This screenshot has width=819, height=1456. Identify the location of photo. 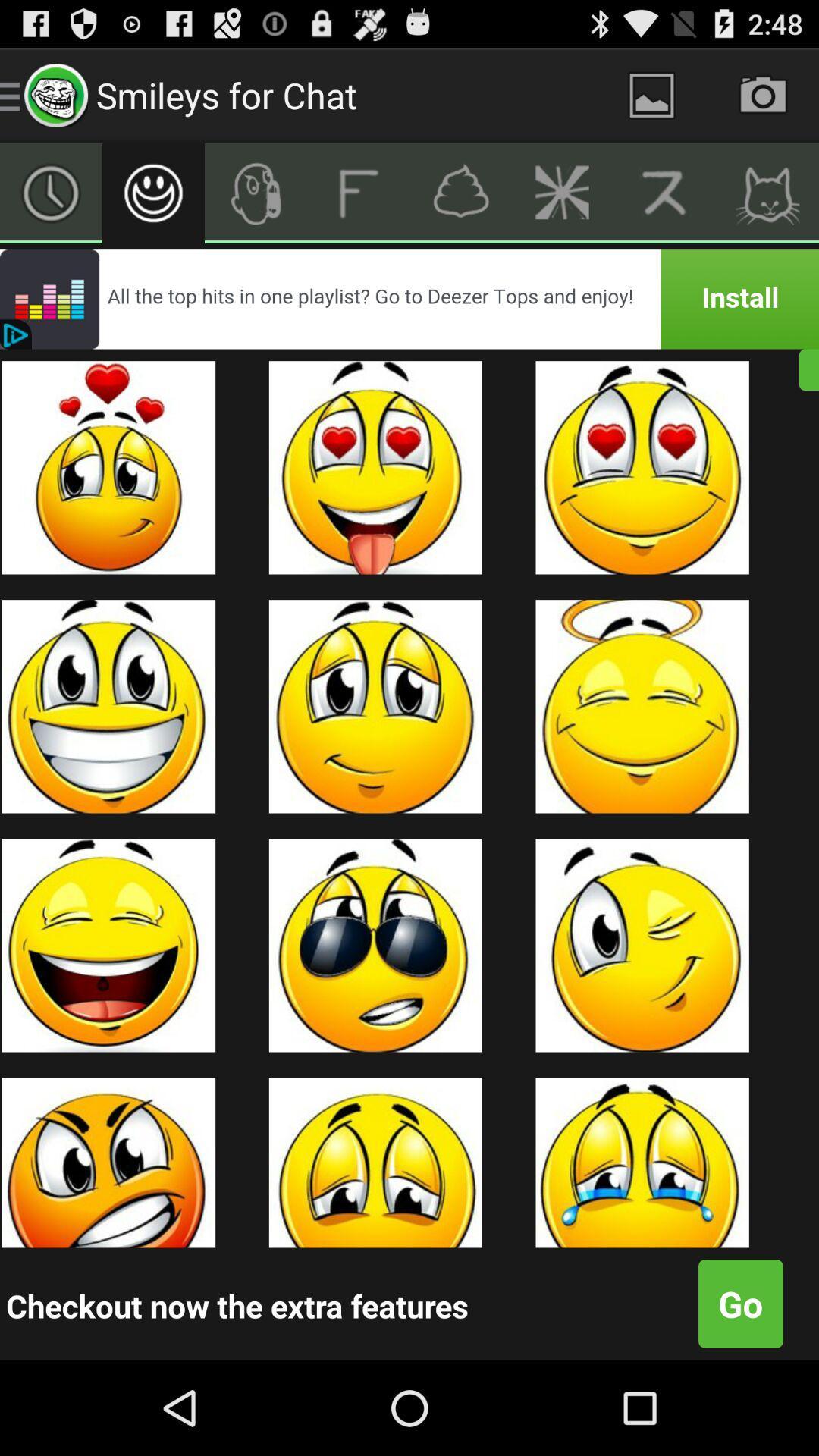
(763, 94).